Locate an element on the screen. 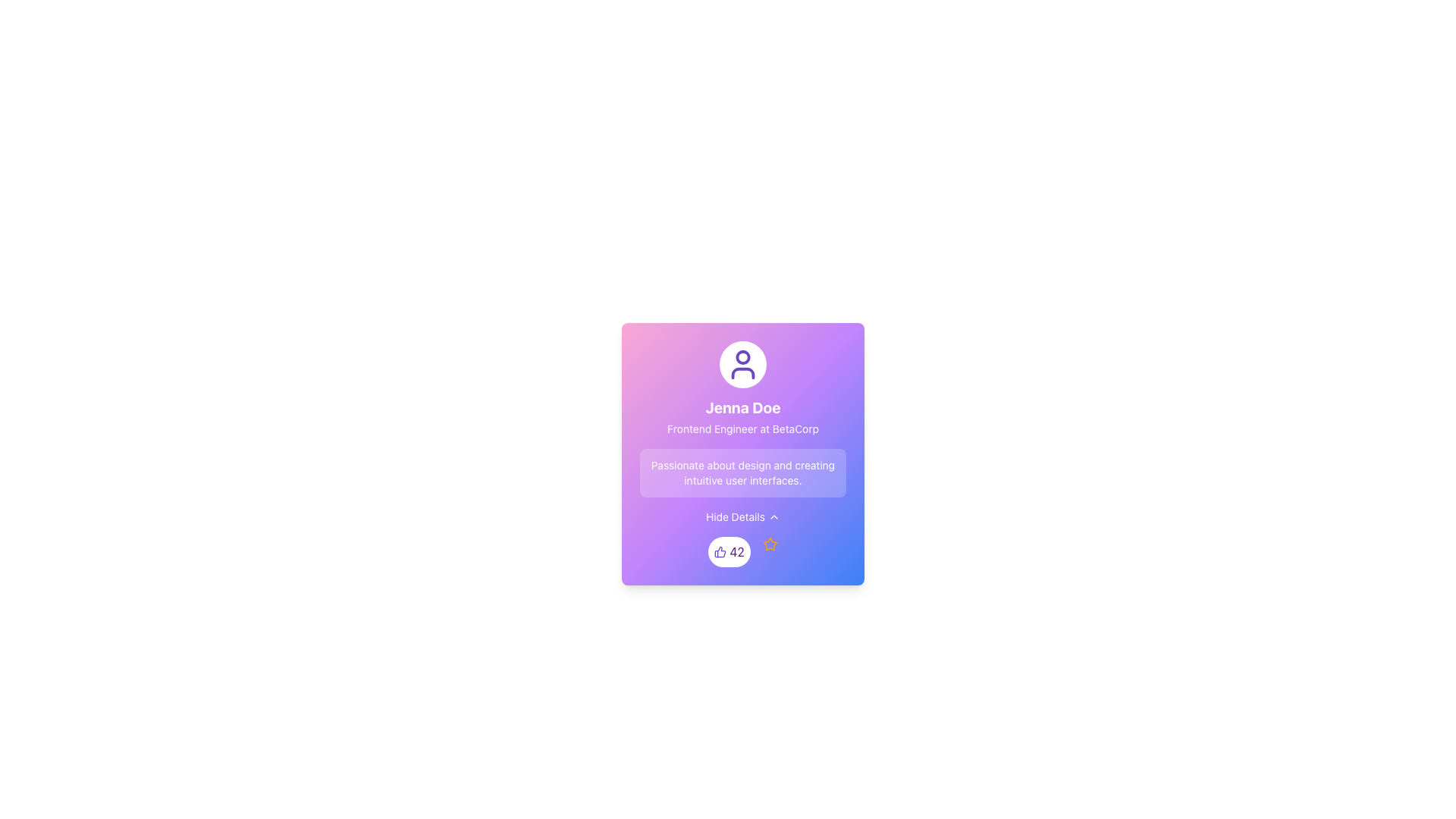  text label displaying 'Frontend Engineer at BetaCorp', which is the second text element in the vertical layout, located below 'Jenna Doe' and above the interests paragraph is located at coordinates (742, 429).